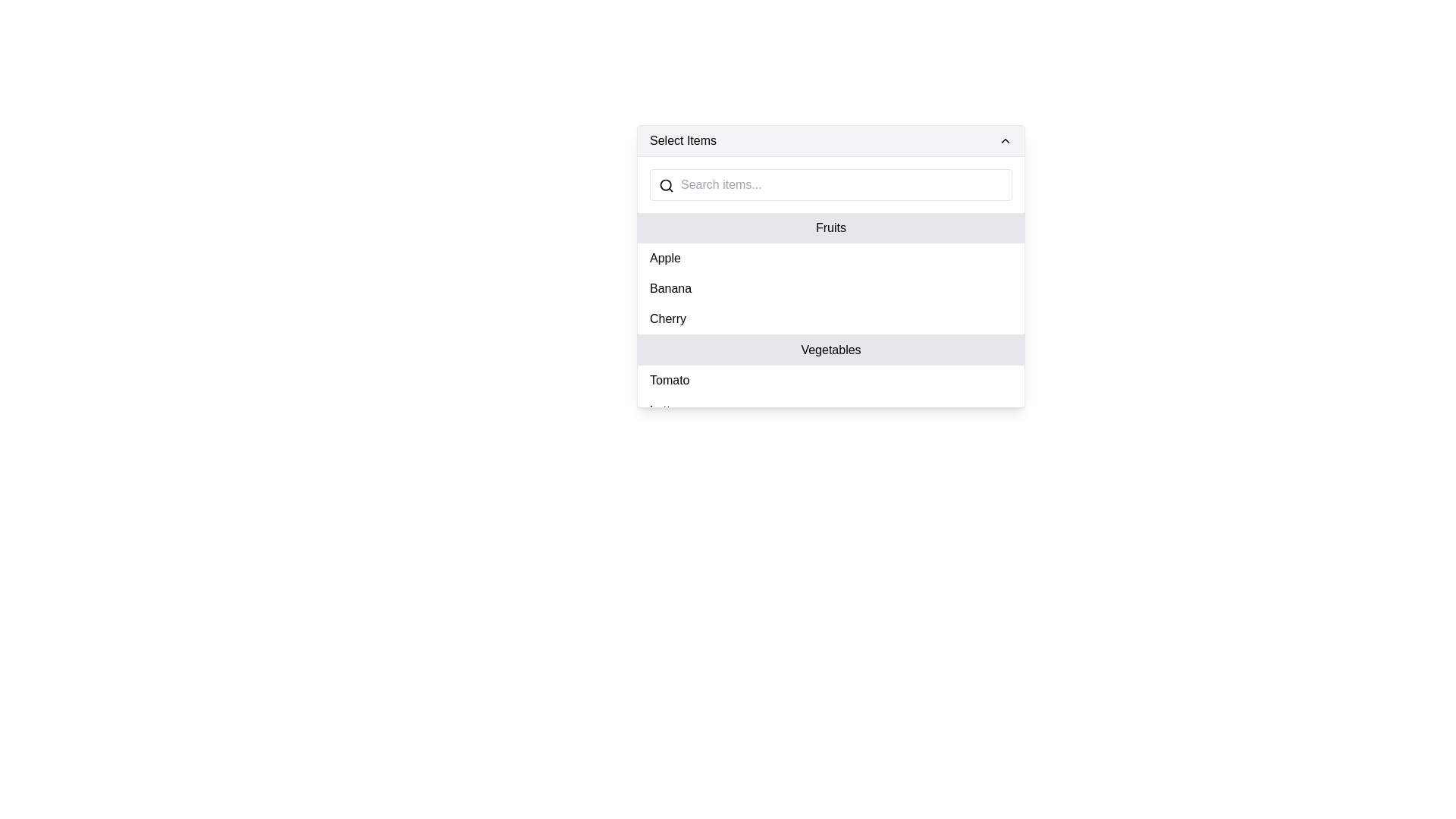 This screenshot has height=819, width=1456. I want to click on the second item labeled 'Lettuce' in the 'Vegetables' section of the dropdown menu, so click(830, 411).